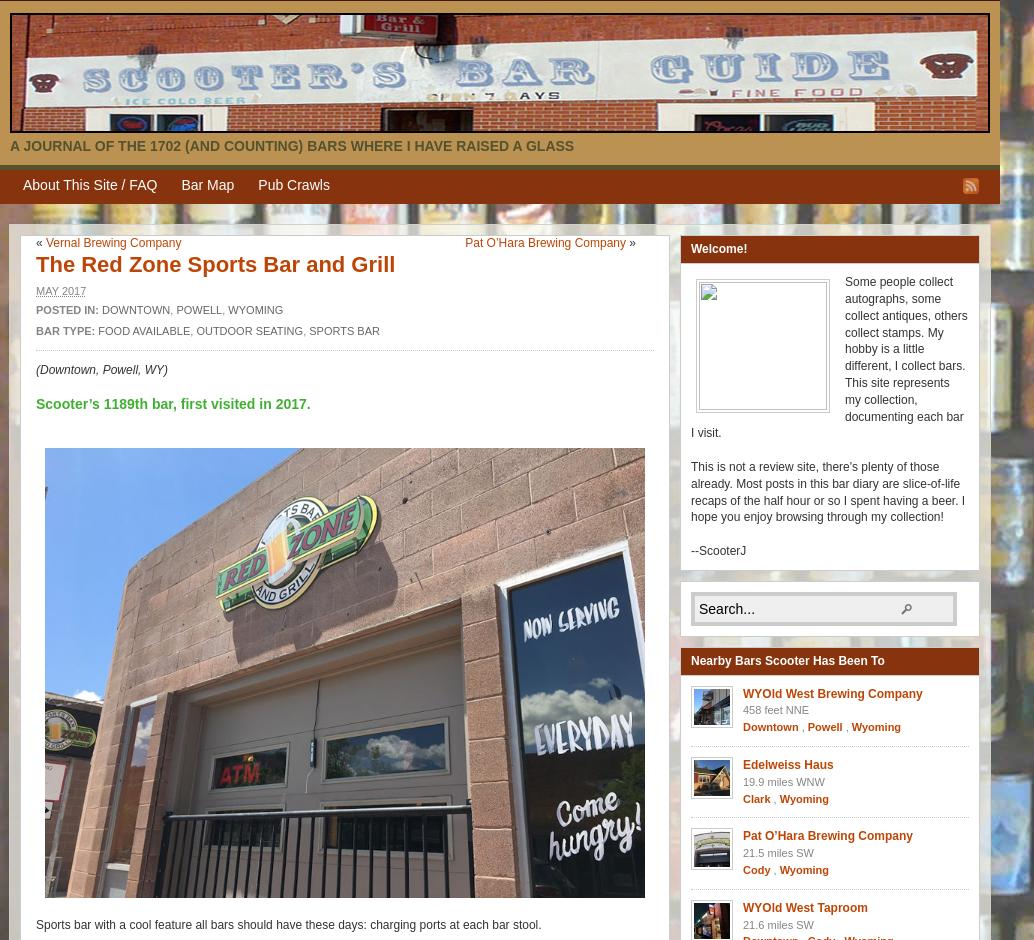 Image resolution: width=1034 pixels, height=940 pixels. Describe the element at coordinates (249, 330) in the screenshot. I see `'Outdoor seating'` at that location.